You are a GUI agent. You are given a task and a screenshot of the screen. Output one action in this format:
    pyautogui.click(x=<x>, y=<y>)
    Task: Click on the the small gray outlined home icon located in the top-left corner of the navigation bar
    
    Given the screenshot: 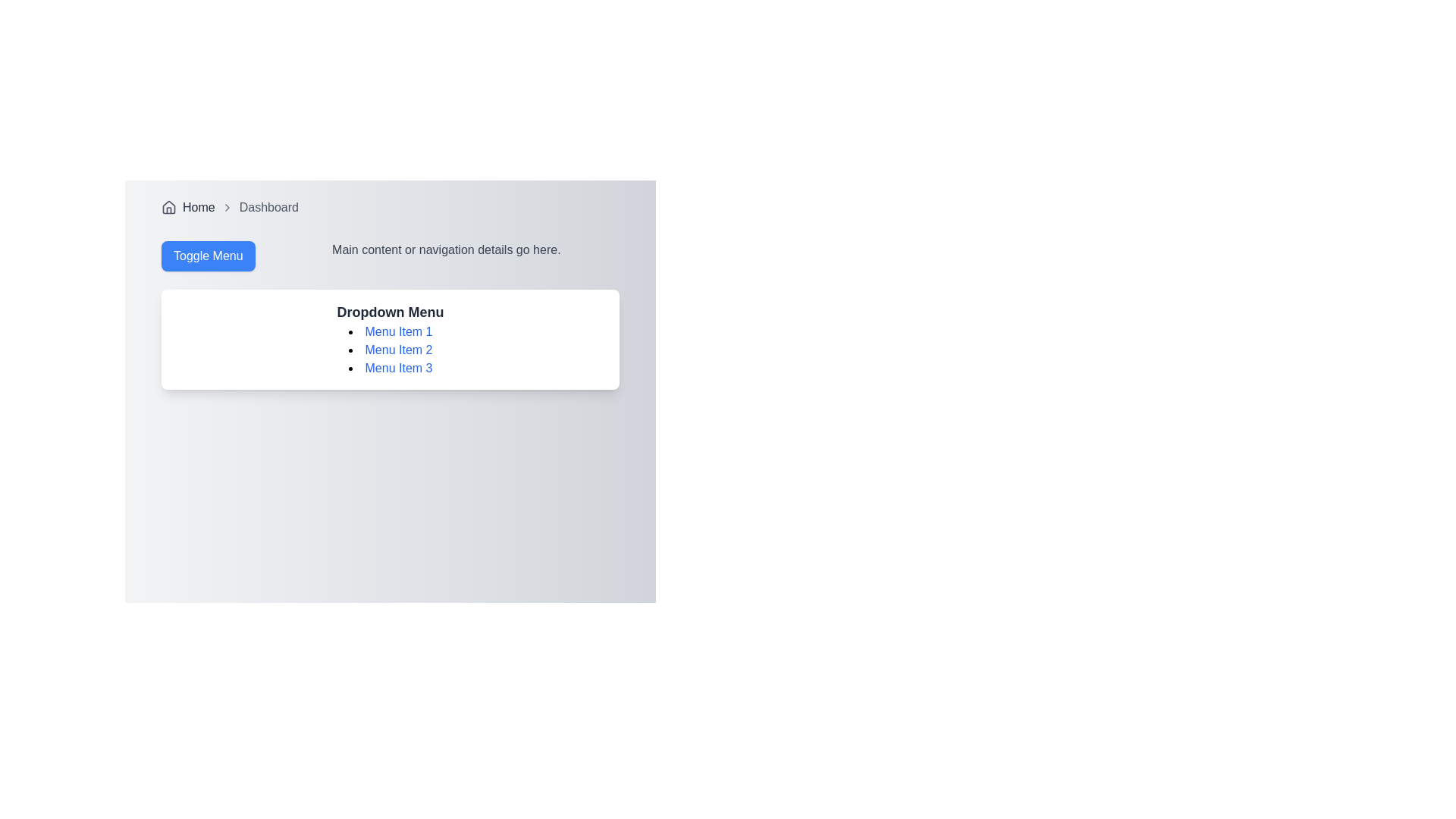 What is the action you would take?
    pyautogui.click(x=168, y=207)
    